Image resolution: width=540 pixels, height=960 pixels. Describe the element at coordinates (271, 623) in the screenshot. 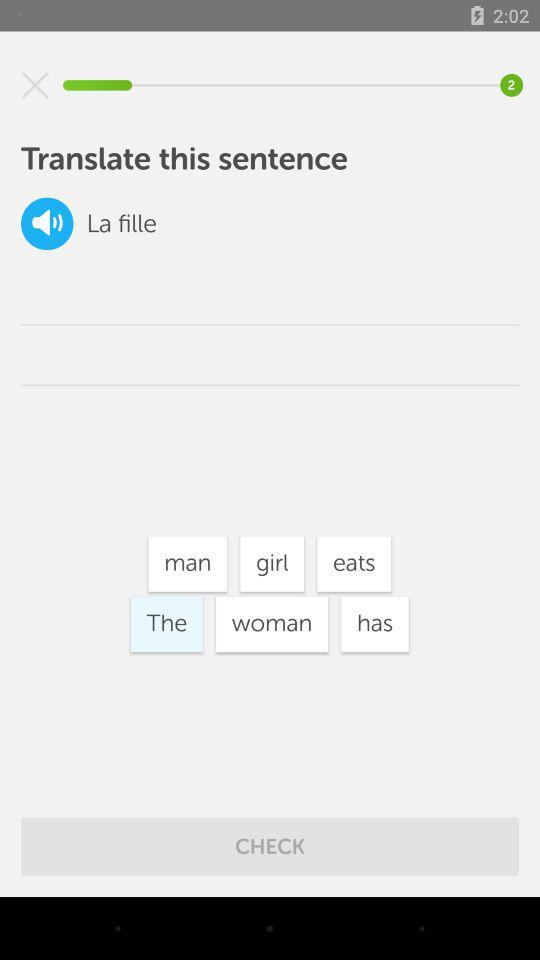

I see `icon below man icon` at that location.